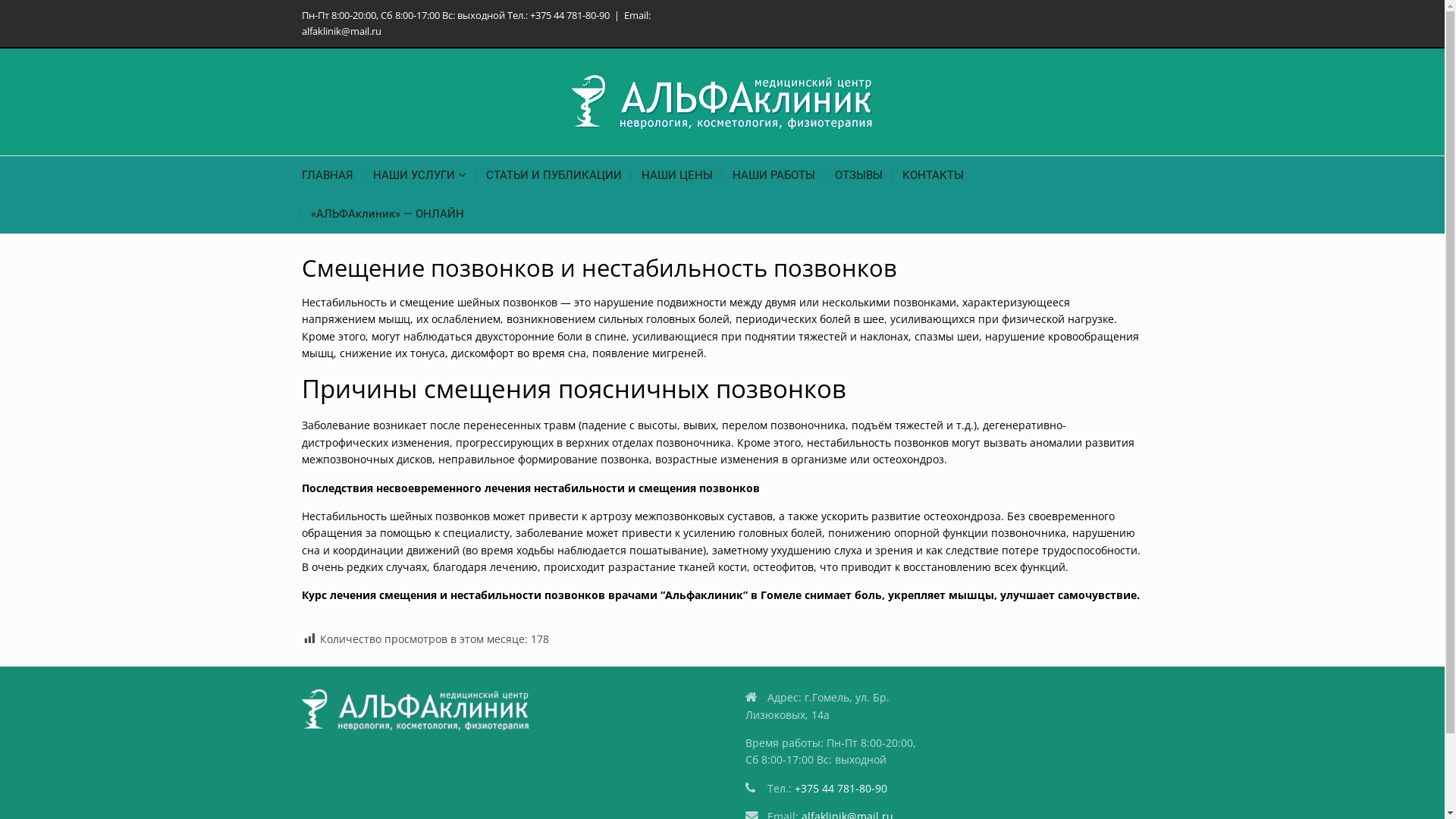 Image resolution: width=1456 pixels, height=819 pixels. Describe the element at coordinates (839, 787) in the screenshot. I see `'+375 44 781-80-90'` at that location.